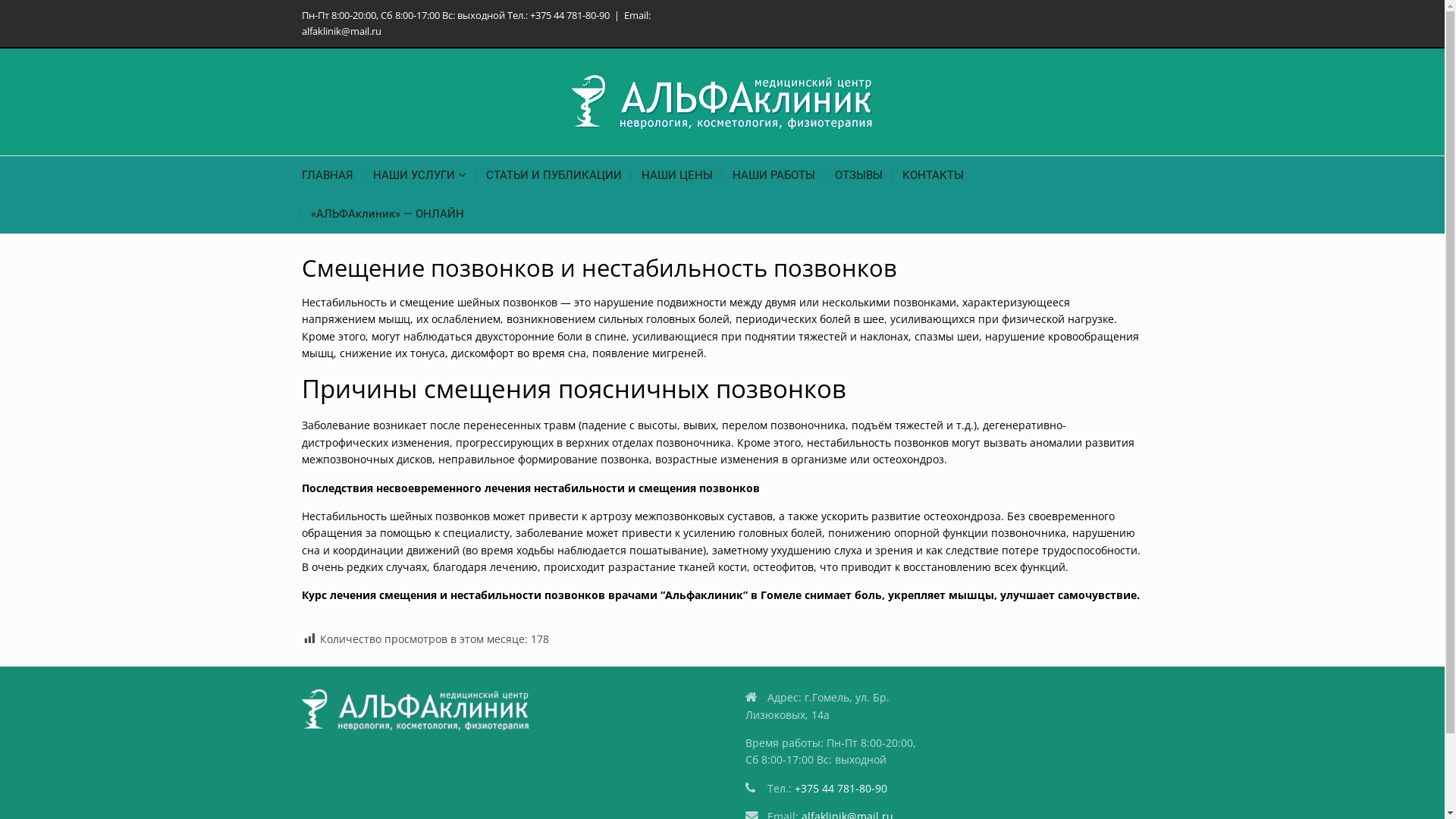 Image resolution: width=1456 pixels, height=819 pixels. Describe the element at coordinates (839, 787) in the screenshot. I see `'+375 44 781-80-90'` at that location.